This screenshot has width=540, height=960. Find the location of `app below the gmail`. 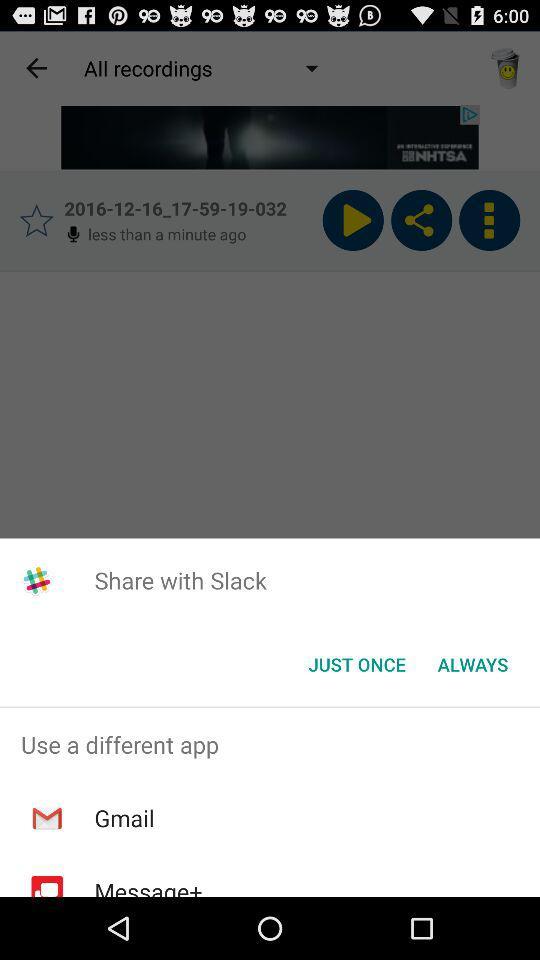

app below the gmail is located at coordinates (147, 885).